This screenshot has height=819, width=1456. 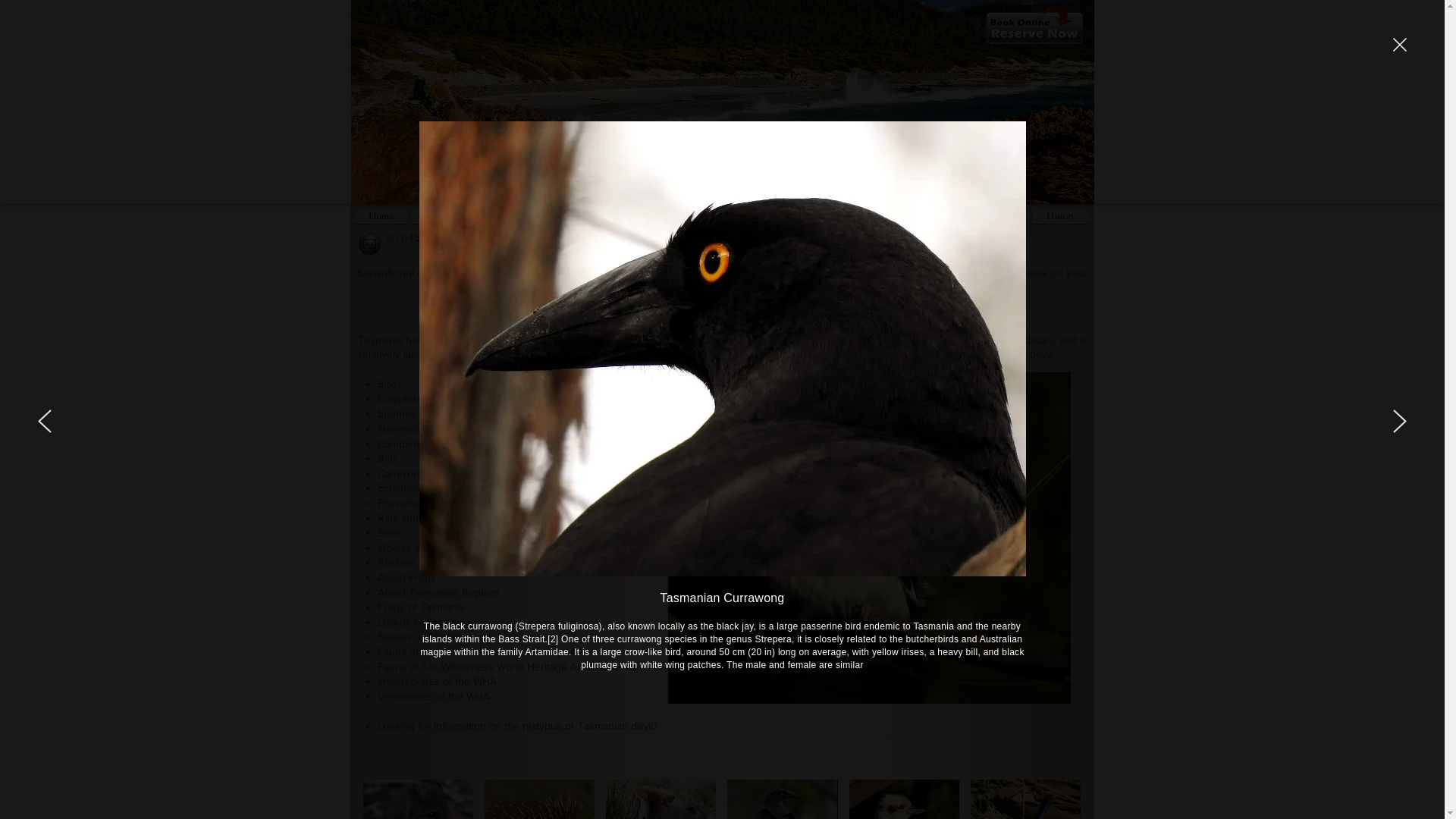 What do you see at coordinates (389, 382) in the screenshot?
I see `'Birds'` at bounding box center [389, 382].